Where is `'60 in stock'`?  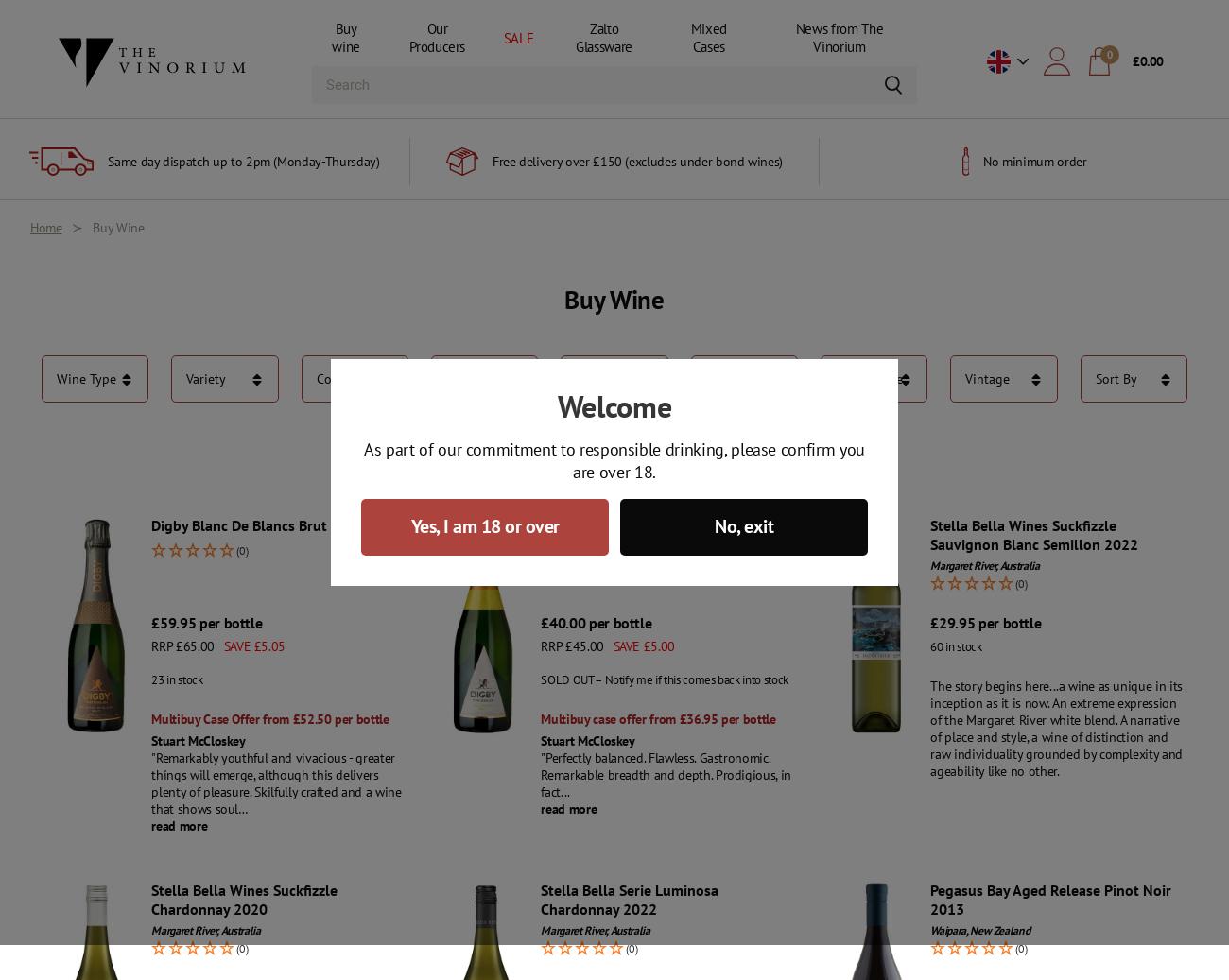 '60 in stock' is located at coordinates (955, 646).